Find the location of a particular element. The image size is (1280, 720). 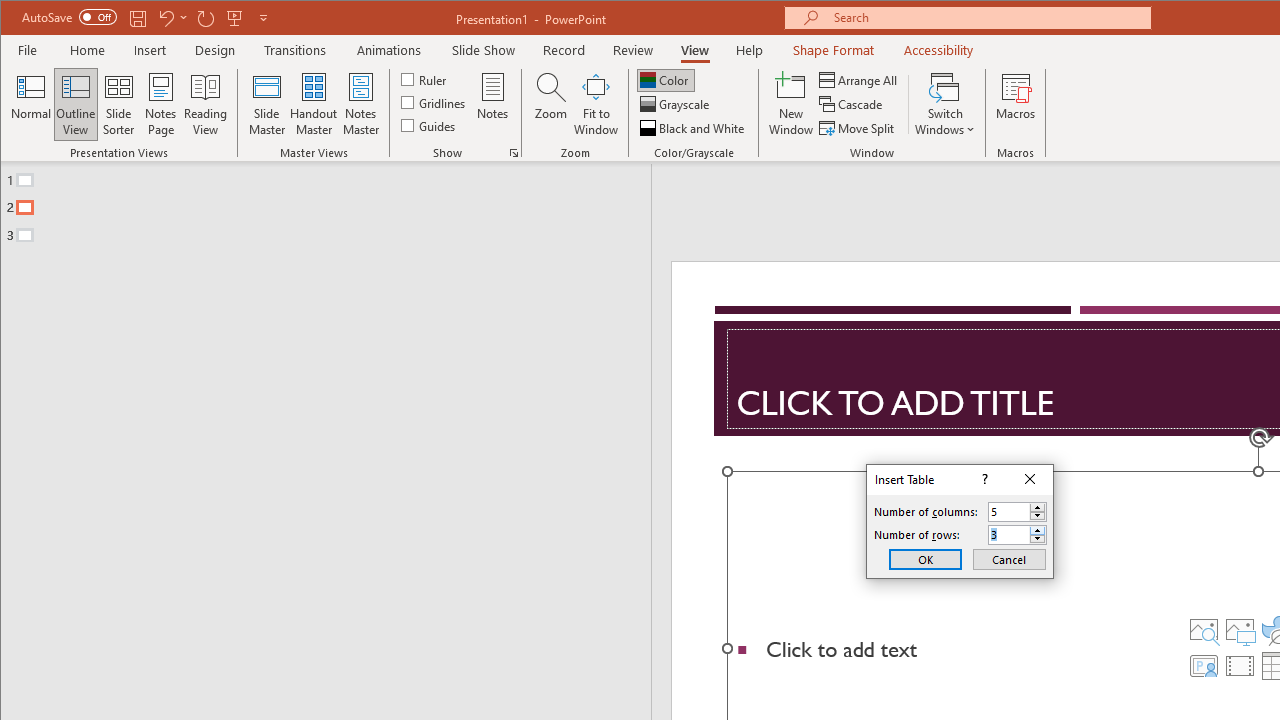

'Cascade' is located at coordinates (853, 104).